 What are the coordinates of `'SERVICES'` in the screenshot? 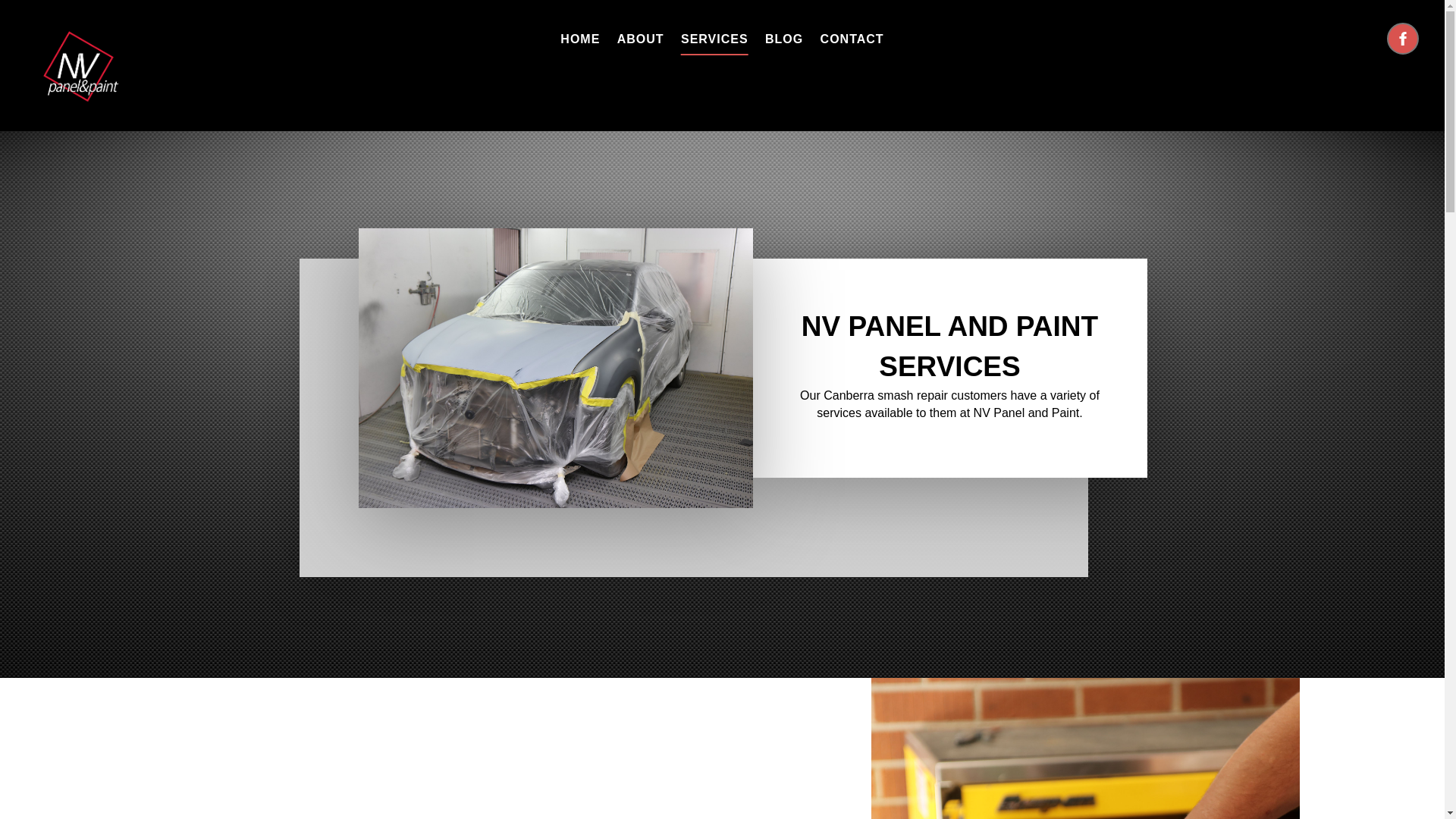 It's located at (679, 38).